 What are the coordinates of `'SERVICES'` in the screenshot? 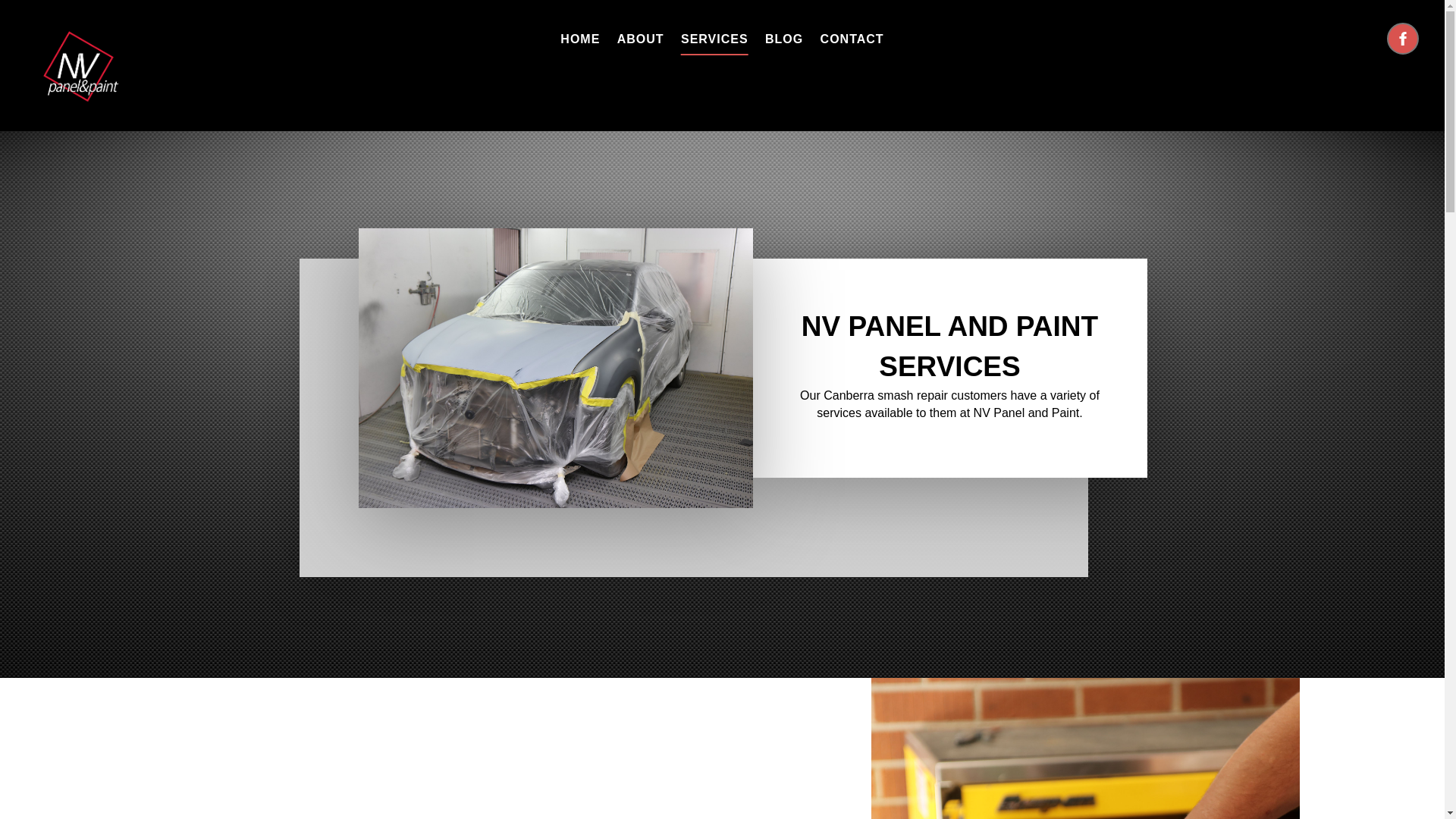 It's located at (679, 38).